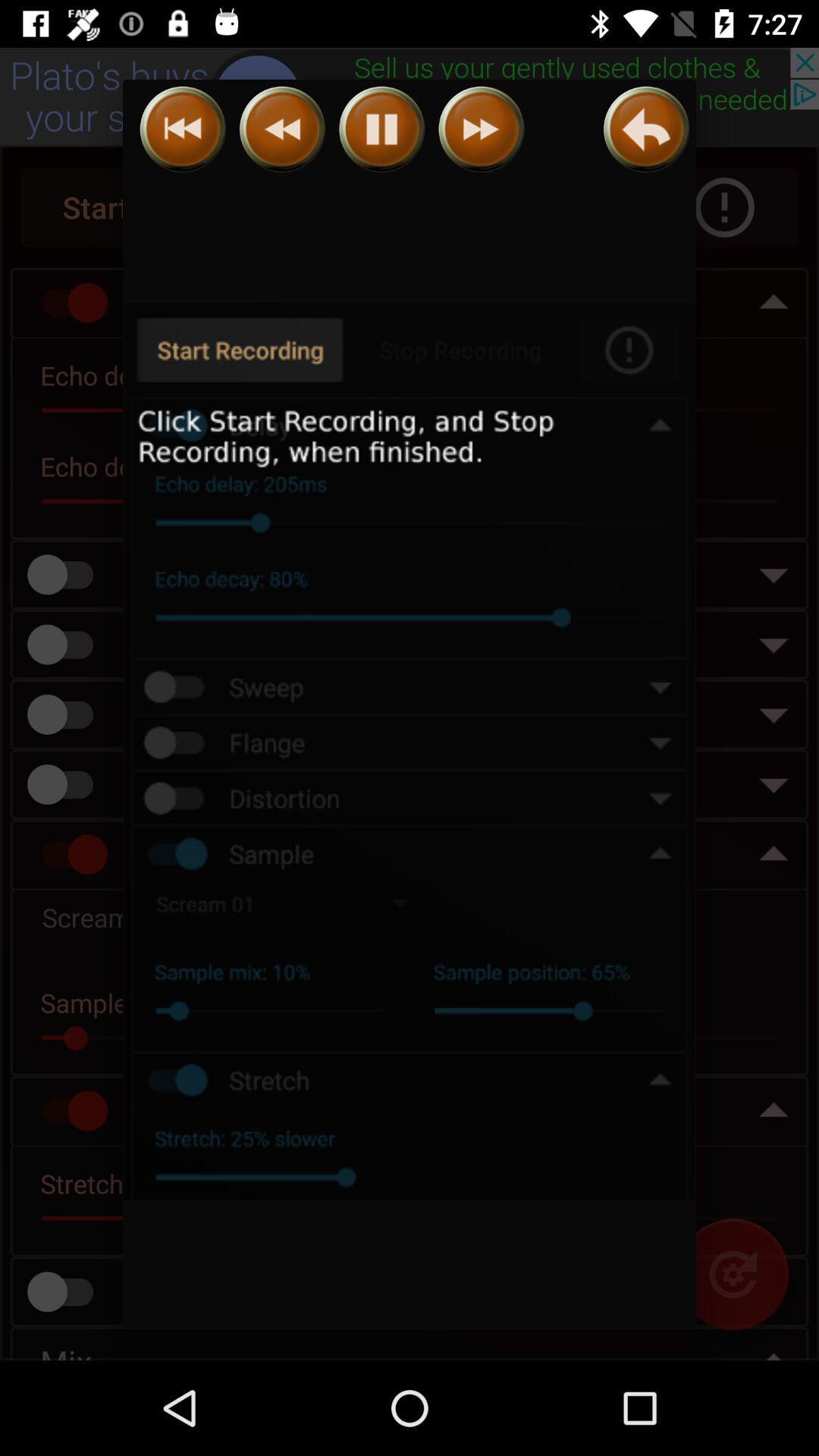 The height and width of the screenshot is (1456, 819). I want to click on go back, so click(282, 129).